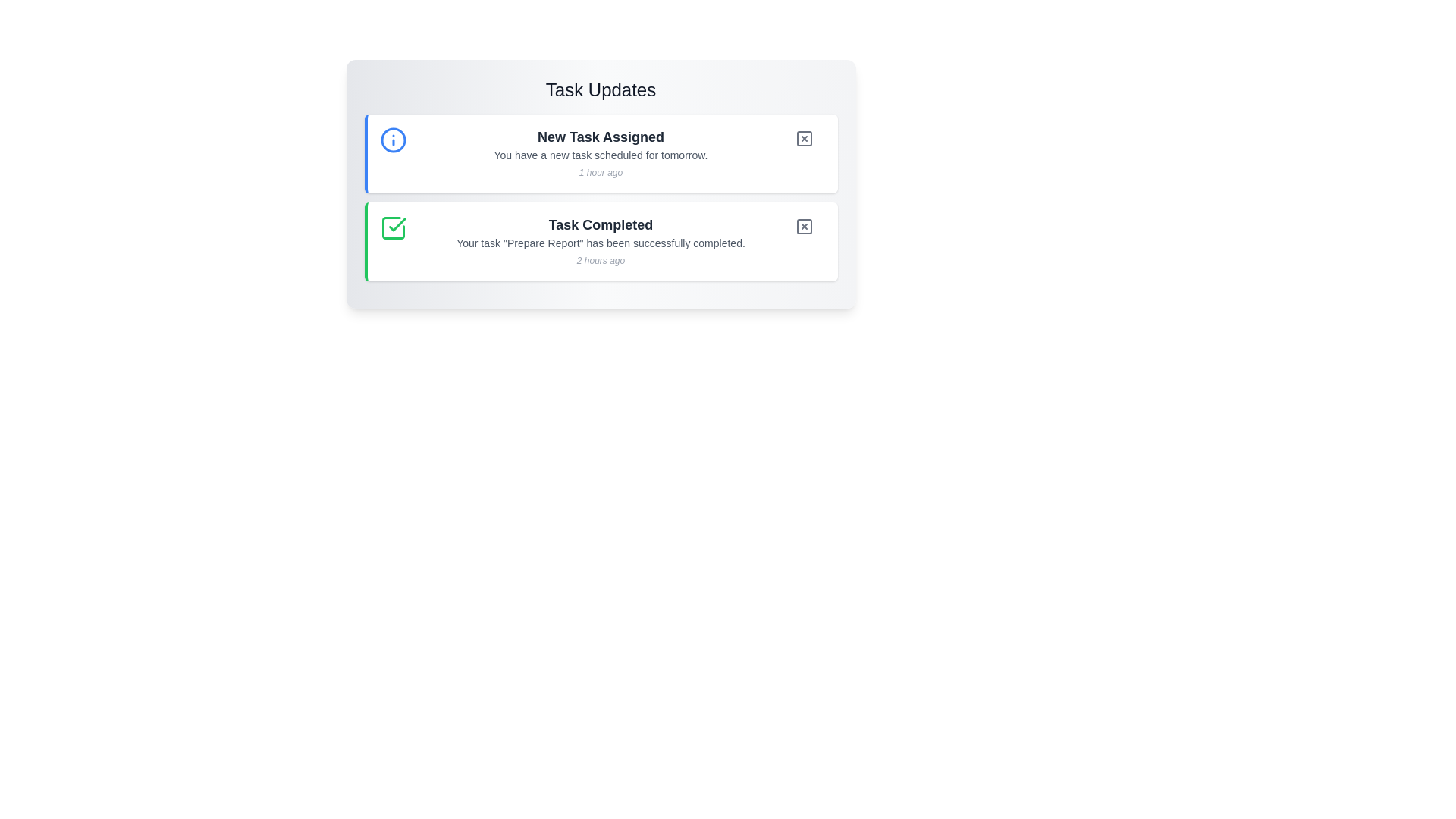 The width and height of the screenshot is (1456, 819). Describe the element at coordinates (600, 171) in the screenshot. I see `text label displaying '1 hour ago', which is styled in a small, italicized font and located at the bottom-right of the 'New Task Assigned' notification box` at that location.